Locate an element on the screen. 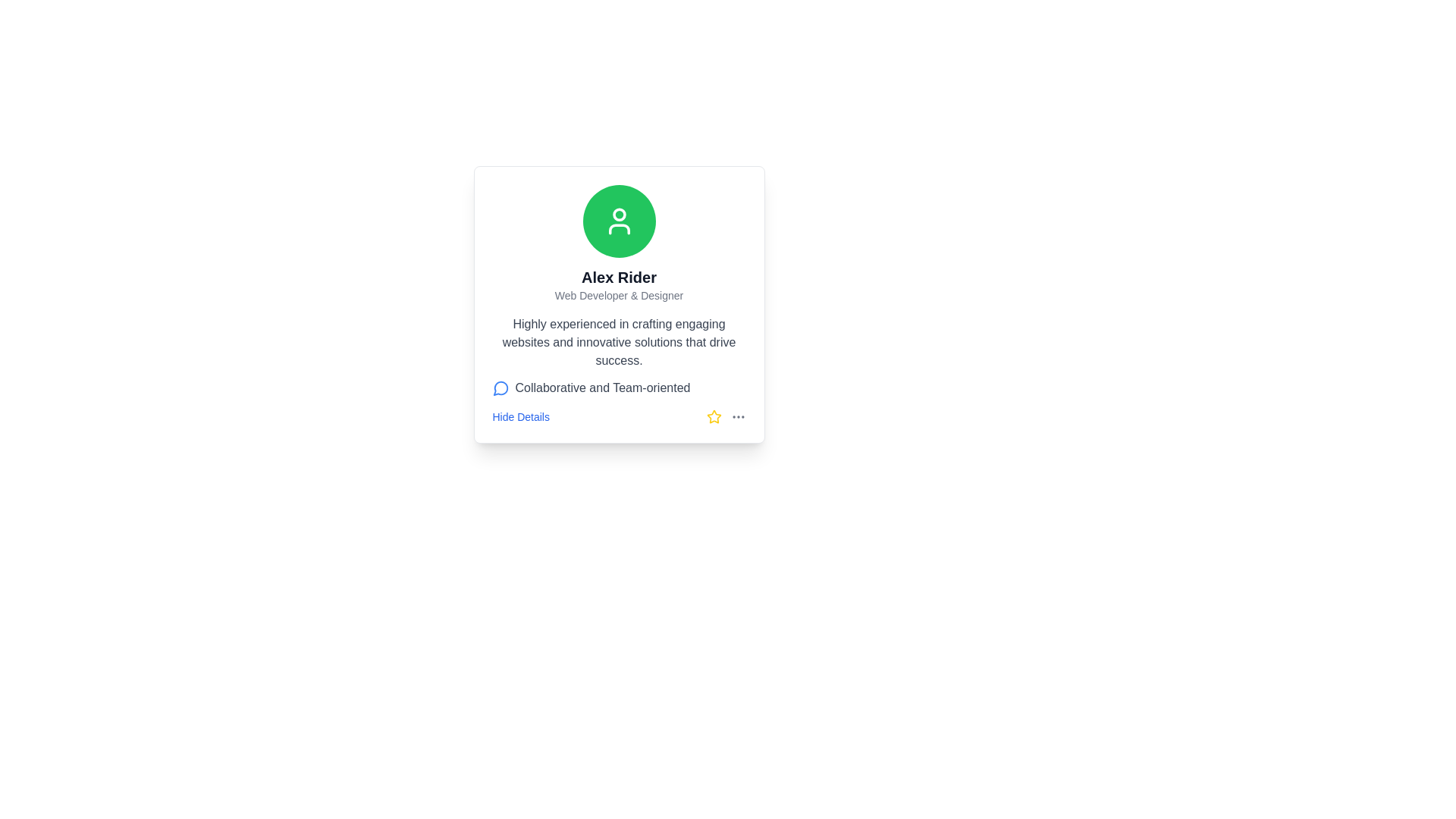 Image resolution: width=1456 pixels, height=819 pixels. the Icon group located at the bottom right corner of the card interface, adjacent to the 'Hide Details' text link is located at coordinates (725, 417).